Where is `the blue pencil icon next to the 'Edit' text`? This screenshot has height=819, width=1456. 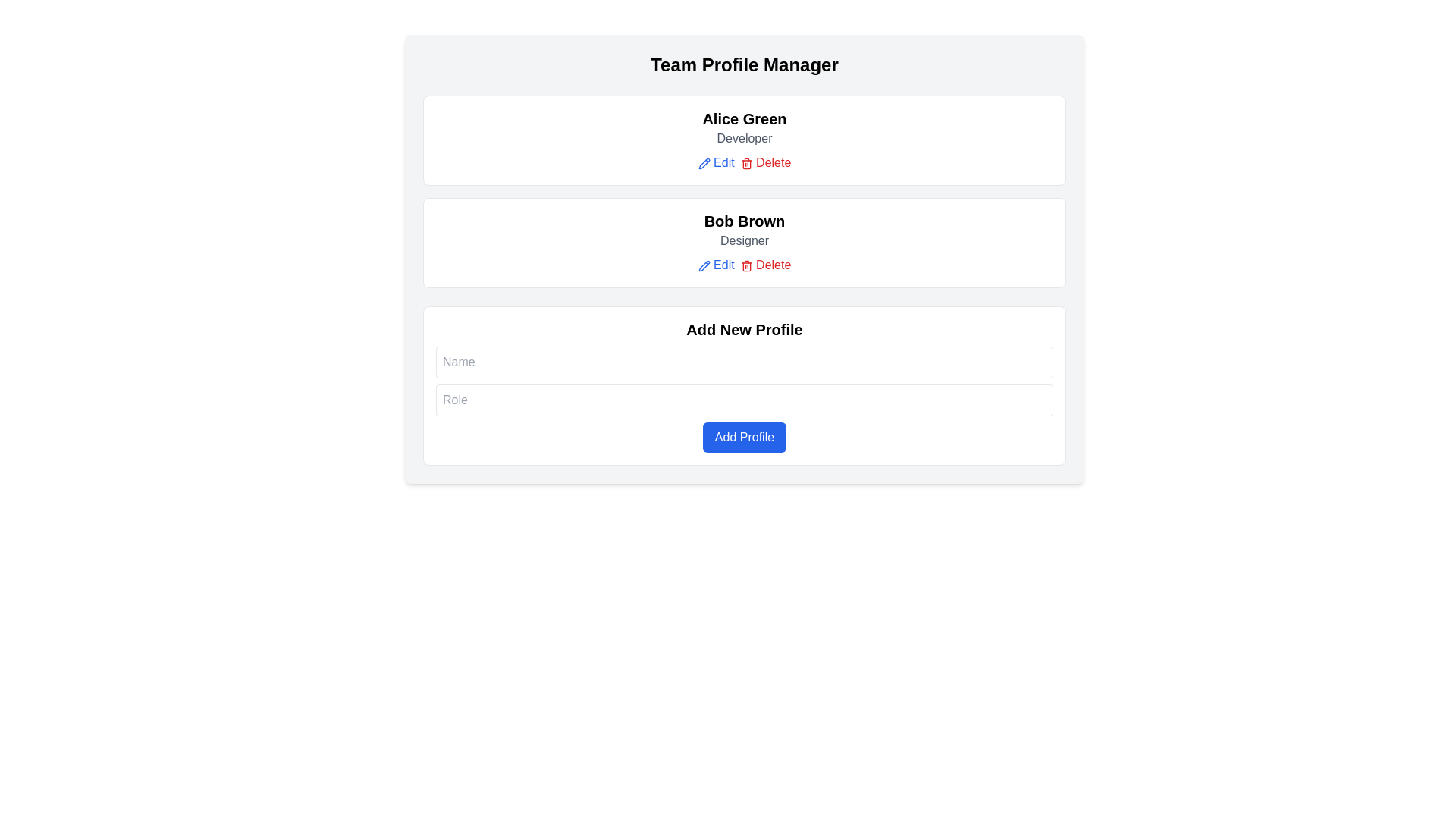
the blue pencil icon next to the 'Edit' text is located at coordinates (703, 163).